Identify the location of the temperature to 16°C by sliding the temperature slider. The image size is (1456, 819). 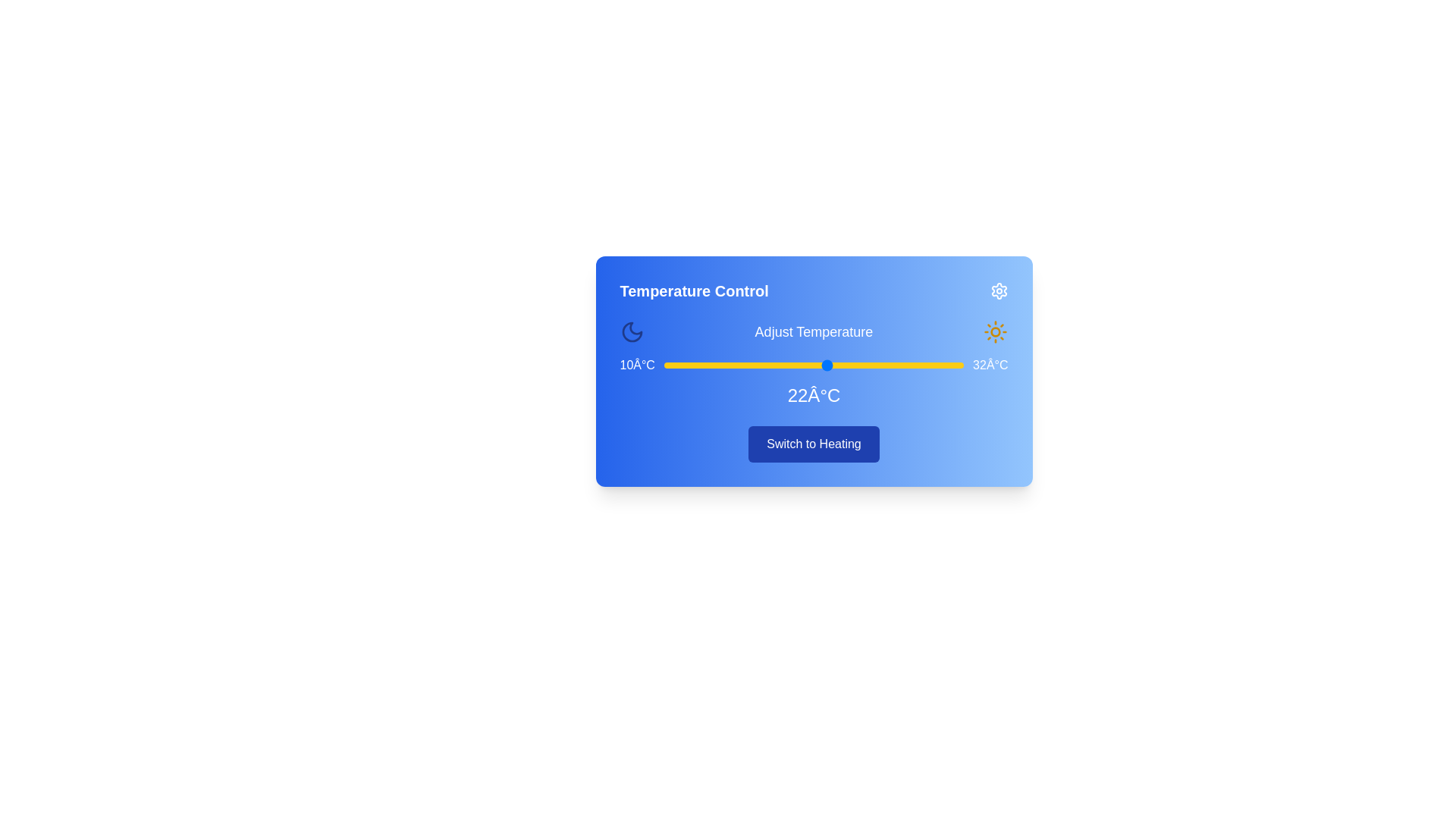
(745, 366).